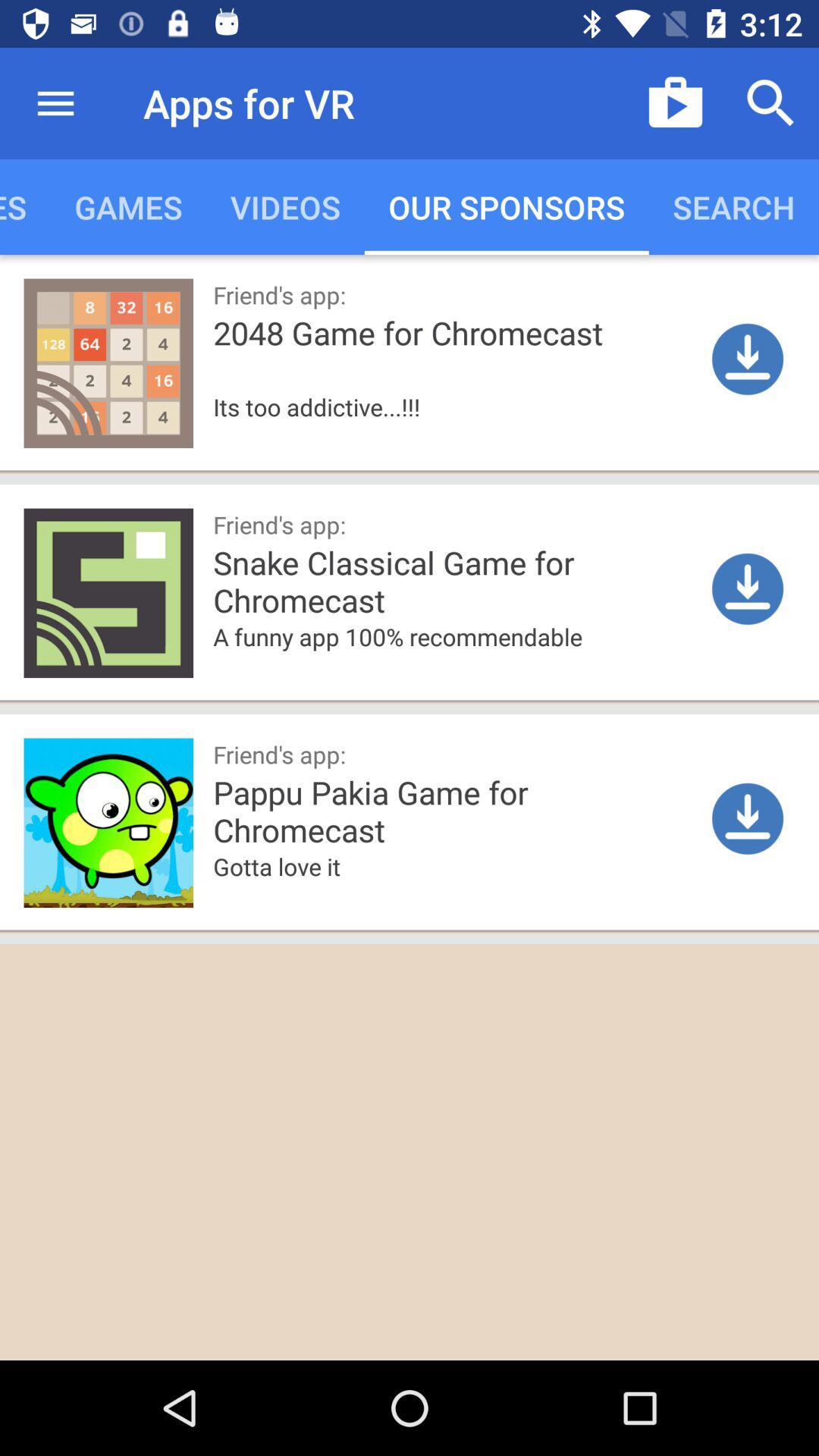  What do you see at coordinates (509, 579) in the screenshot?
I see `snake classical game item` at bounding box center [509, 579].